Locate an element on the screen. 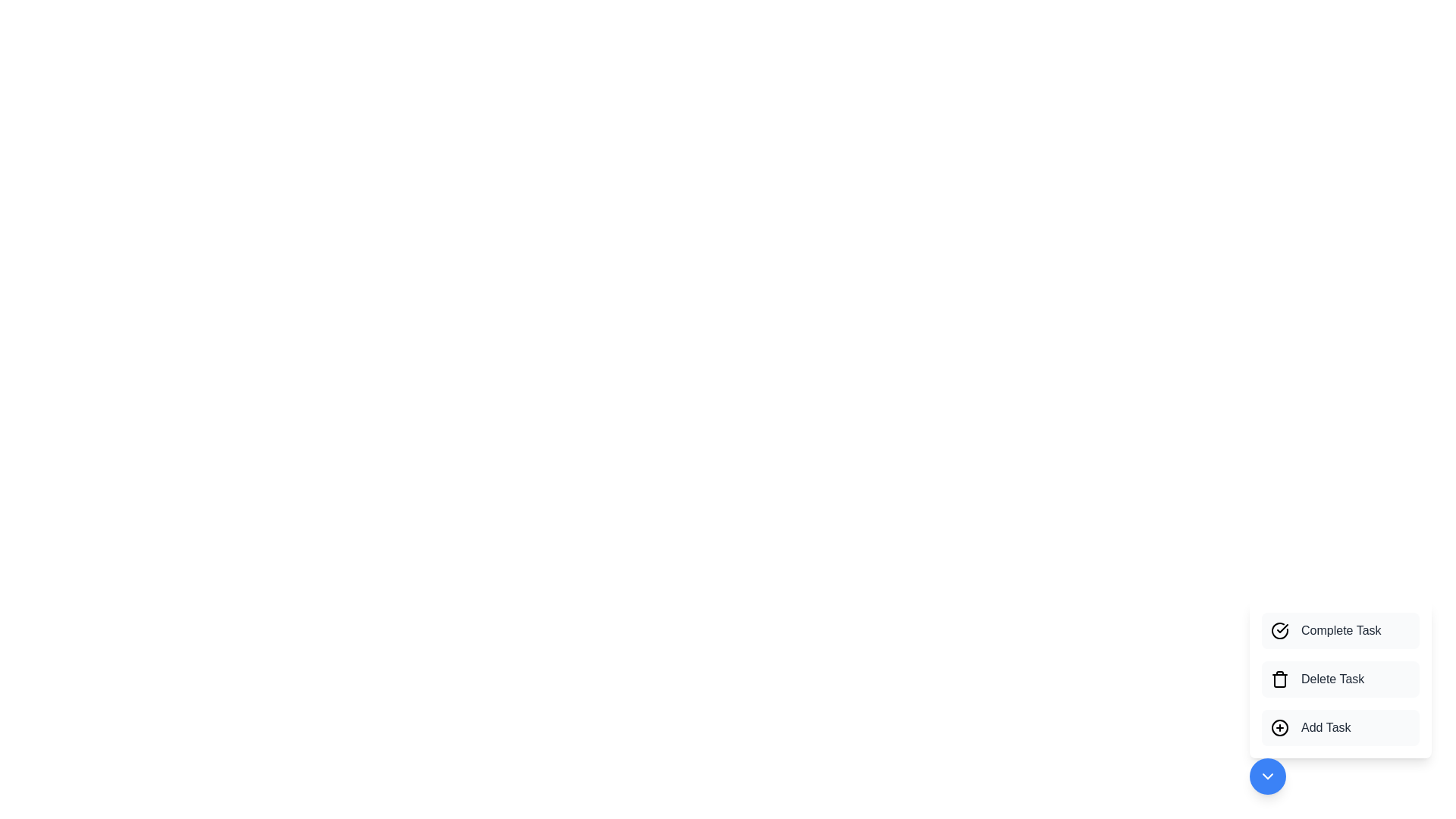 The width and height of the screenshot is (1456, 819). the 'Delete Task' button to remove a task is located at coordinates (1340, 678).